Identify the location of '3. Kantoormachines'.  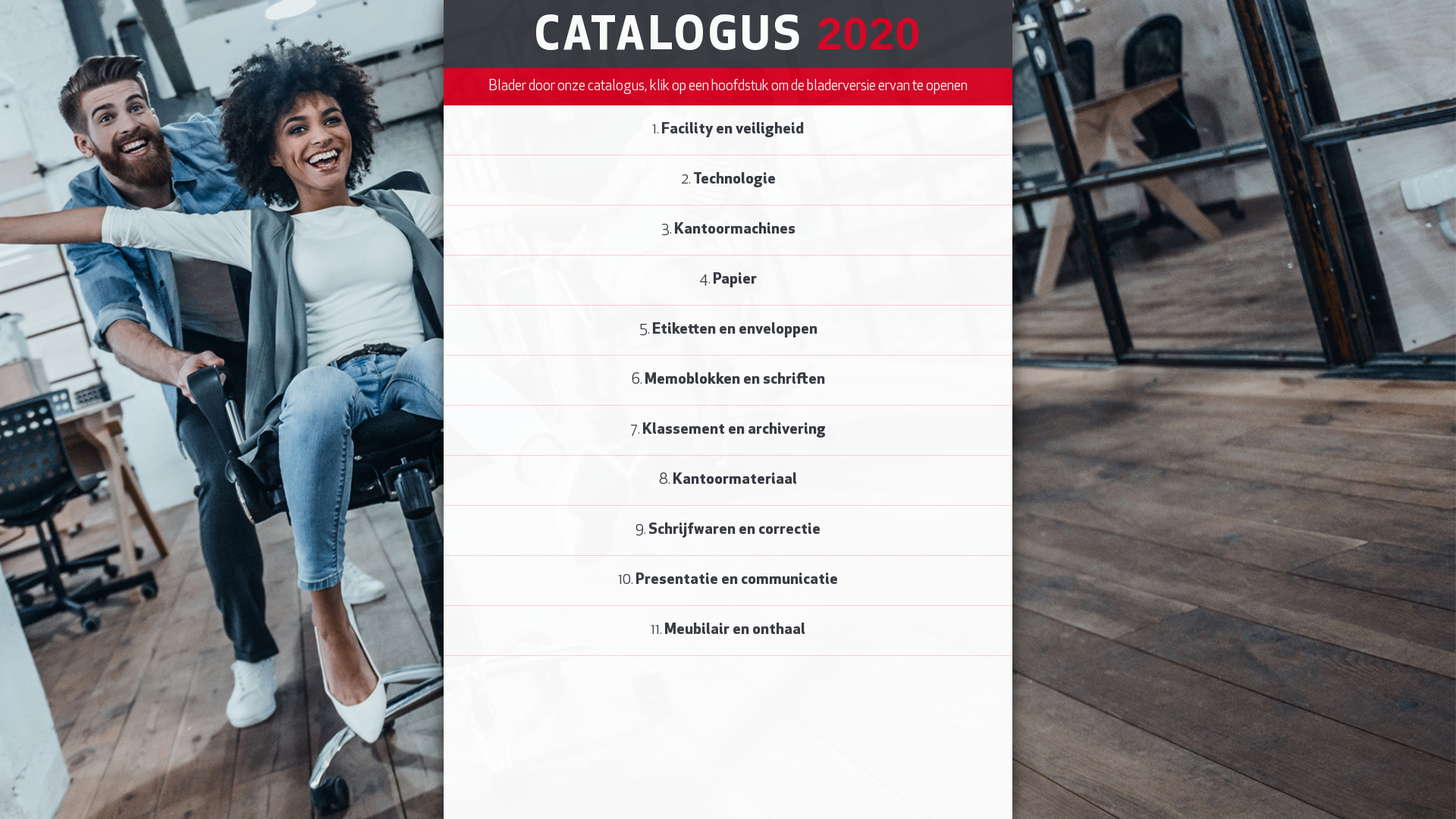
(728, 231).